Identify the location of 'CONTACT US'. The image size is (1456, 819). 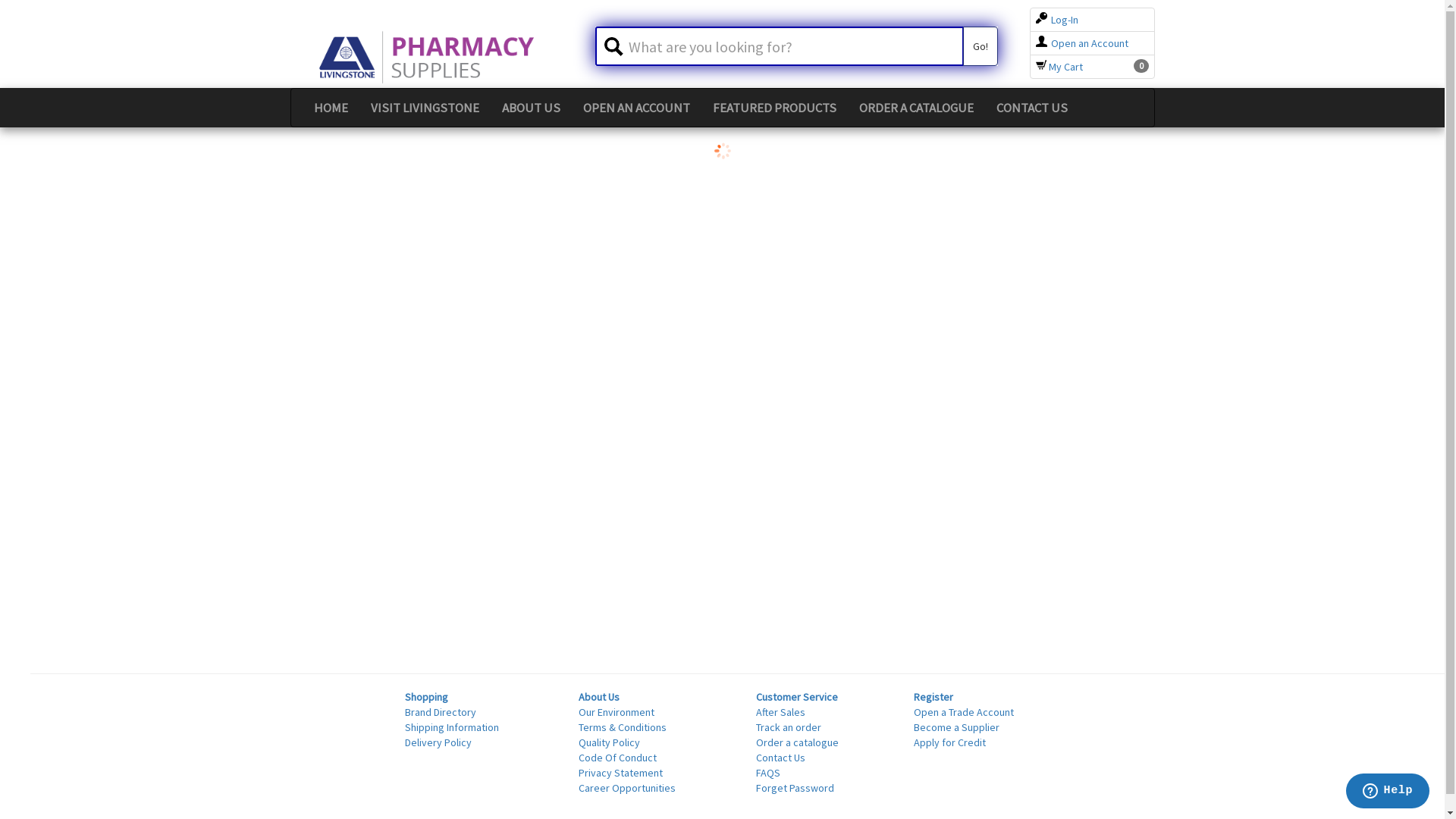
(1031, 107).